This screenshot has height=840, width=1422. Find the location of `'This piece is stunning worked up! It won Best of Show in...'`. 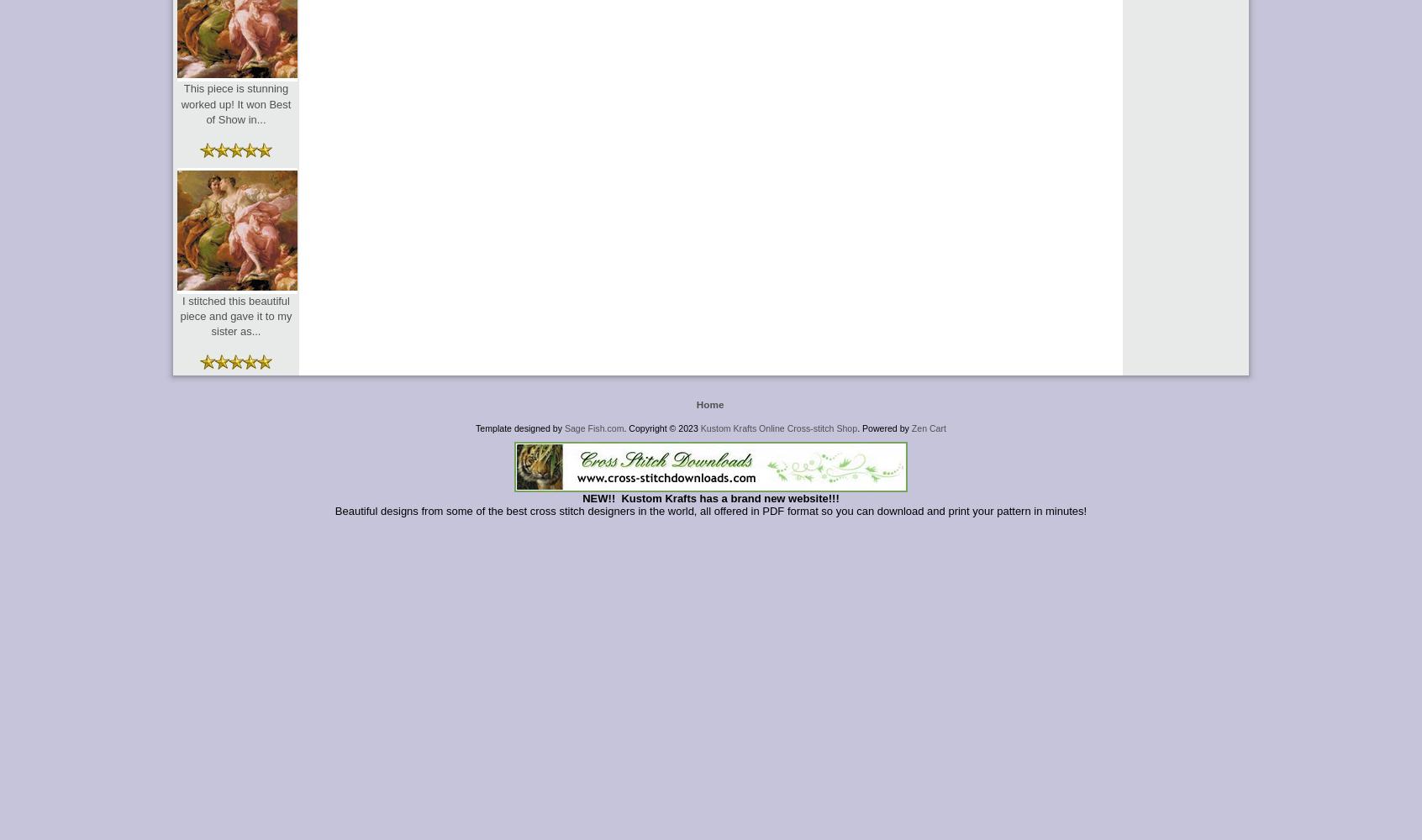

'This piece is stunning worked up! It won Best of Show in...' is located at coordinates (235, 102).